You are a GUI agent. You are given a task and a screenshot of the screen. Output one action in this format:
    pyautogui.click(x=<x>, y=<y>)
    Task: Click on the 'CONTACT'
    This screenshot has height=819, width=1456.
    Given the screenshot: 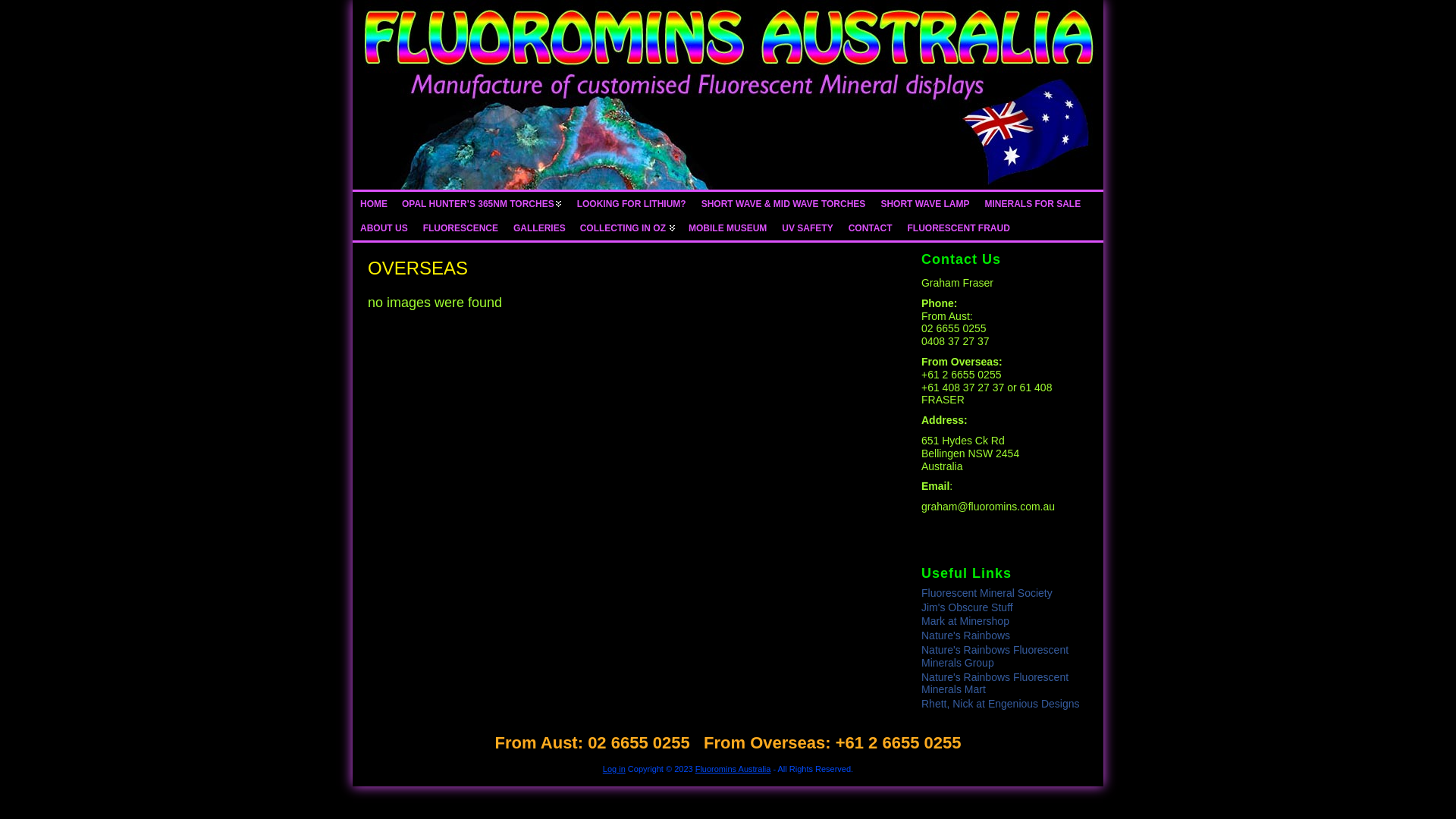 What is the action you would take?
    pyautogui.click(x=870, y=227)
    